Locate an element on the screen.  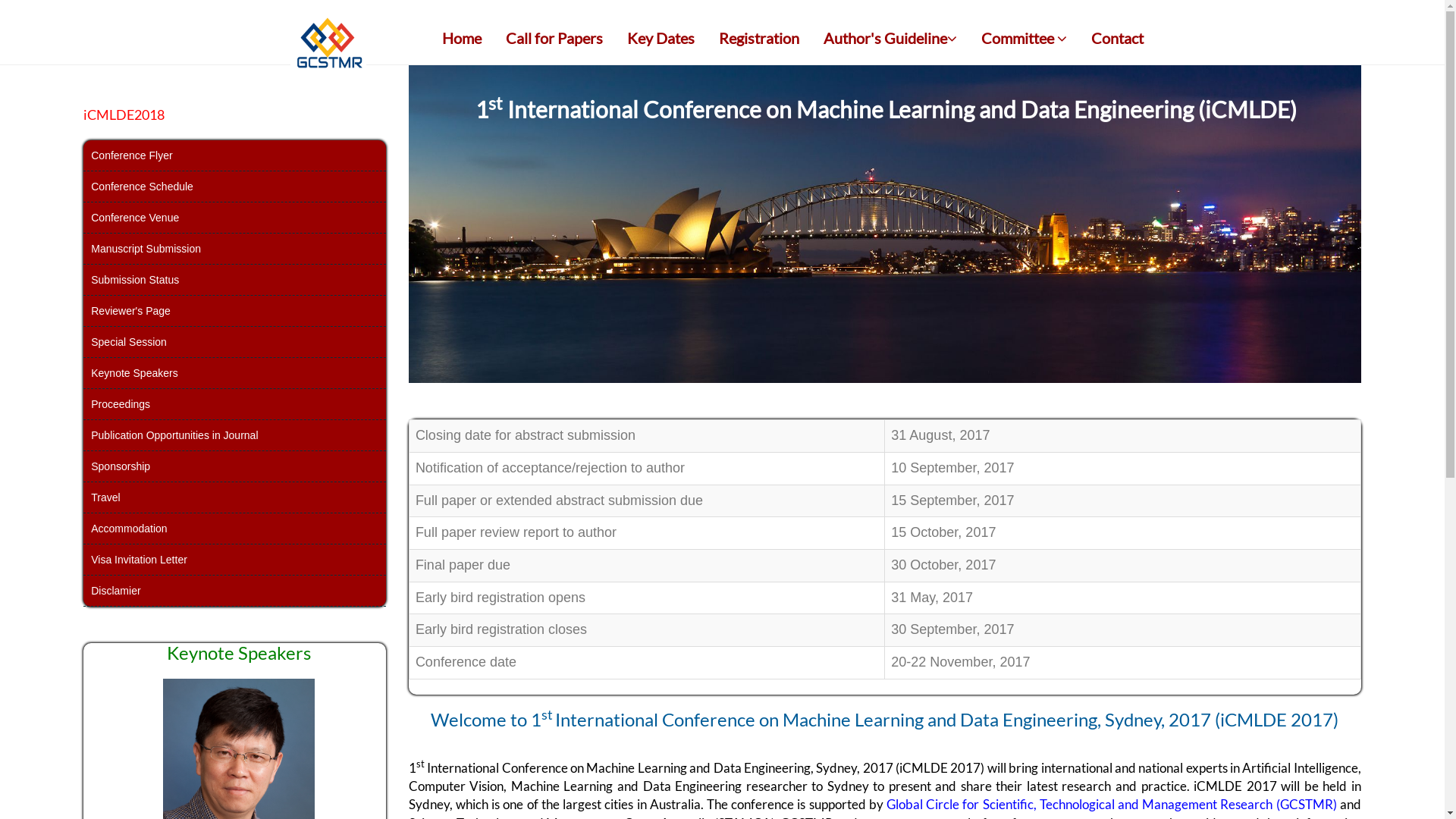
'Contact' is located at coordinates (1079, 37).